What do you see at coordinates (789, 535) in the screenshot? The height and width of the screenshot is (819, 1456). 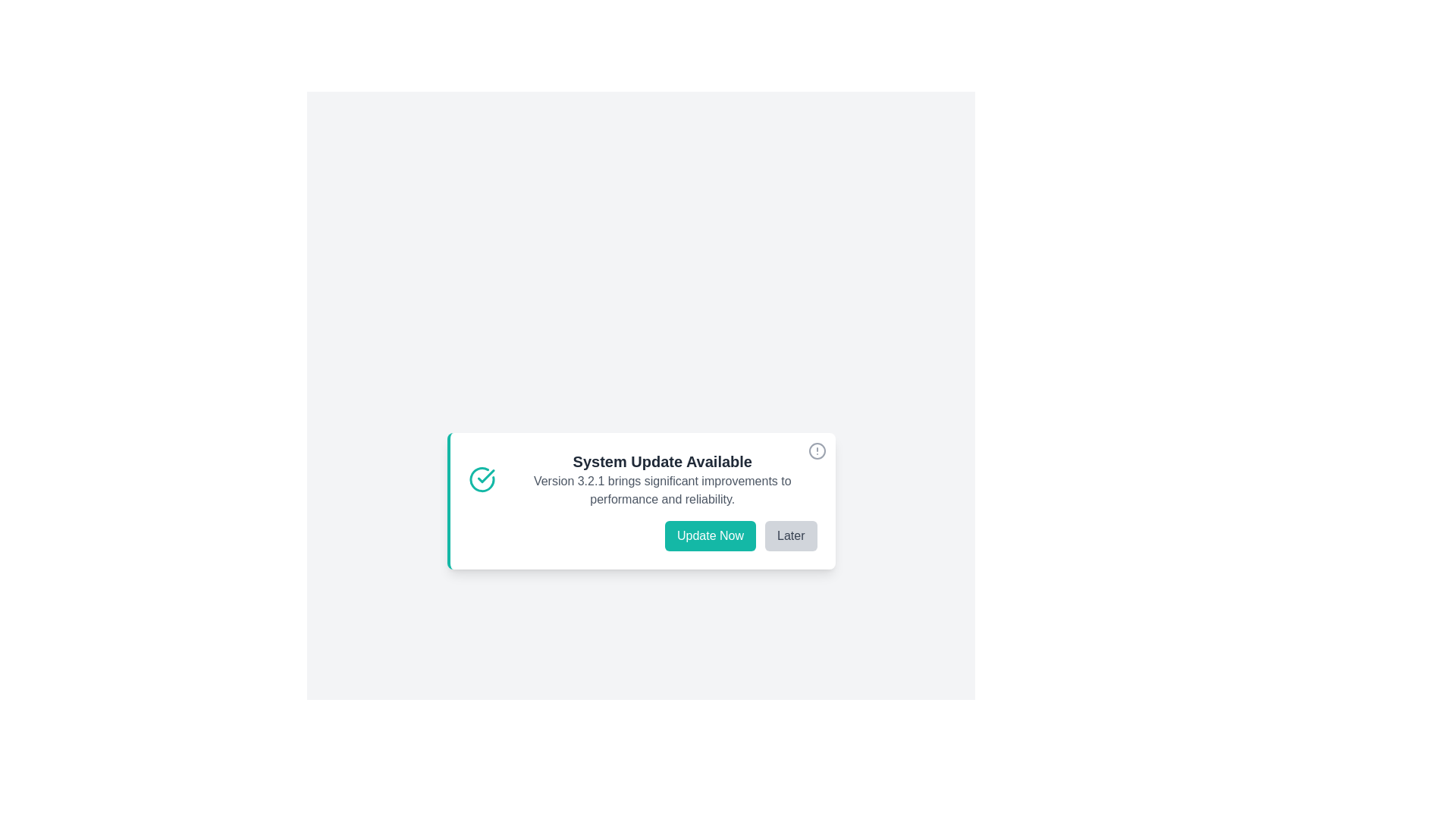 I see `'Later' button to postpone the update` at bounding box center [789, 535].